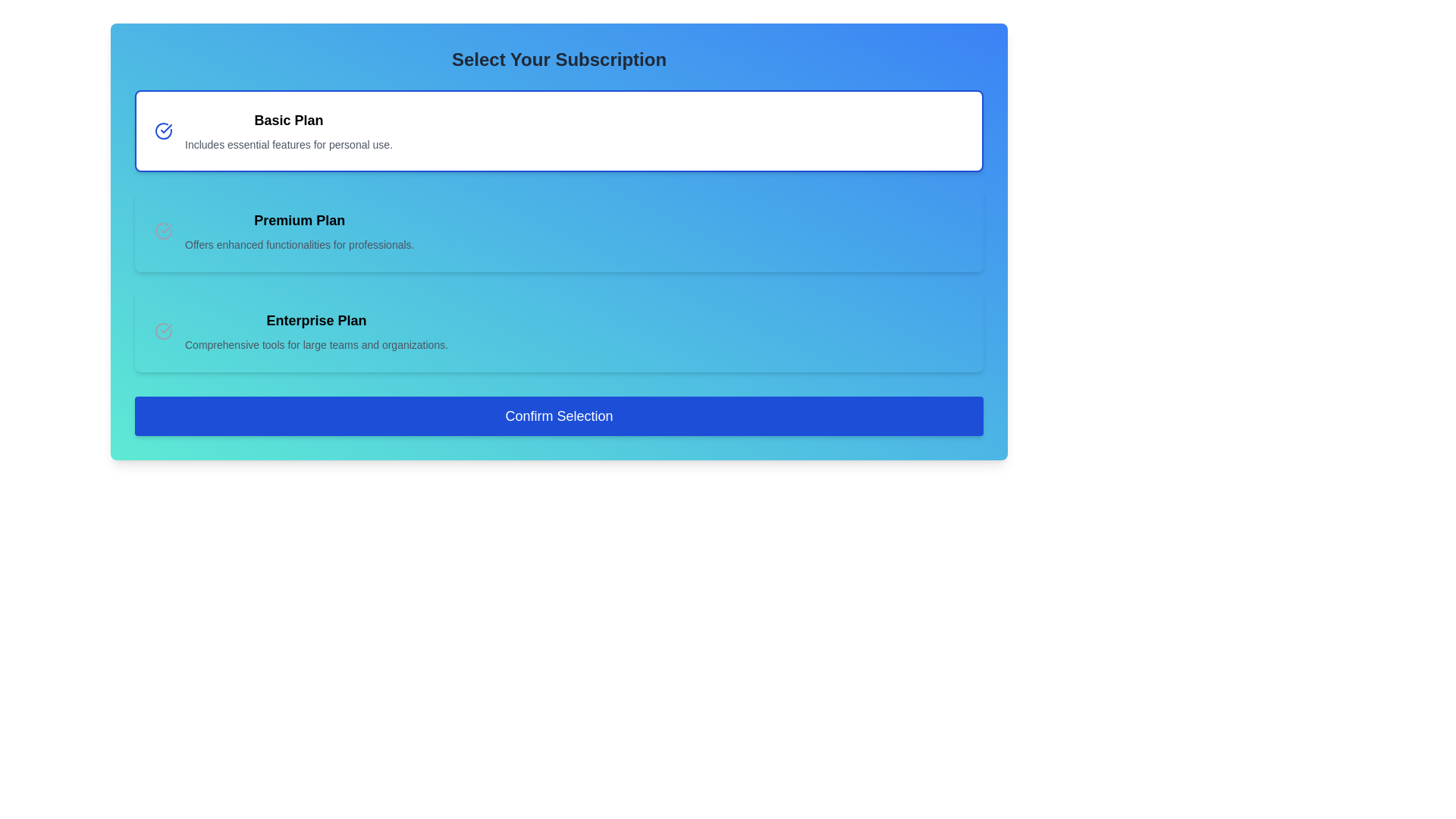 The height and width of the screenshot is (819, 1456). Describe the element at coordinates (315, 320) in the screenshot. I see `the 'Enterprise Plan' text label, which is bold and larger in font size, serving as a headline for the subscription options` at that location.